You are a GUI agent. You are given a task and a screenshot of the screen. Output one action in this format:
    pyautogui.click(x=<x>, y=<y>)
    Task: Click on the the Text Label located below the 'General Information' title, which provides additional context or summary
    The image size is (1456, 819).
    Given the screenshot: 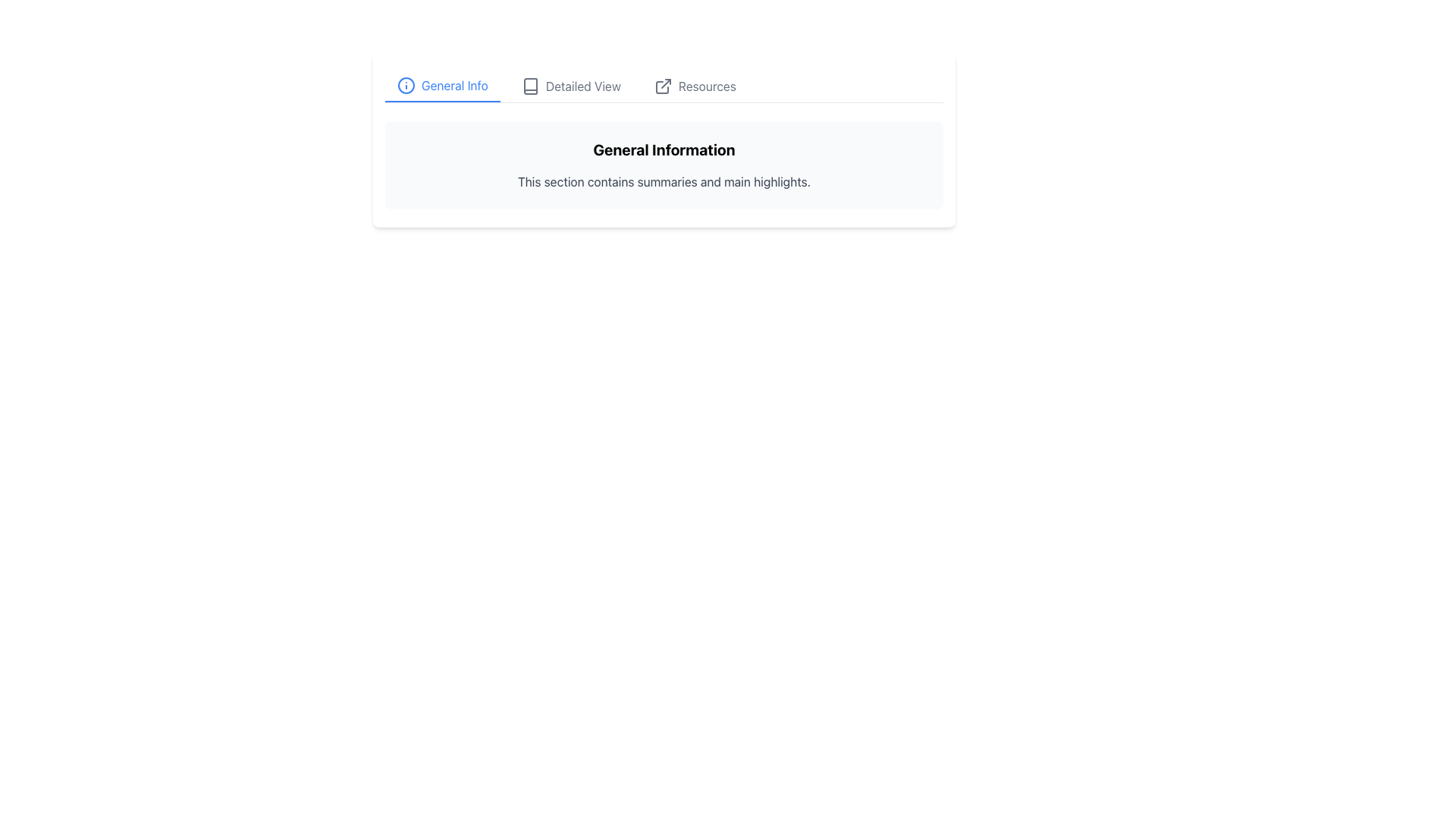 What is the action you would take?
    pyautogui.click(x=664, y=180)
    